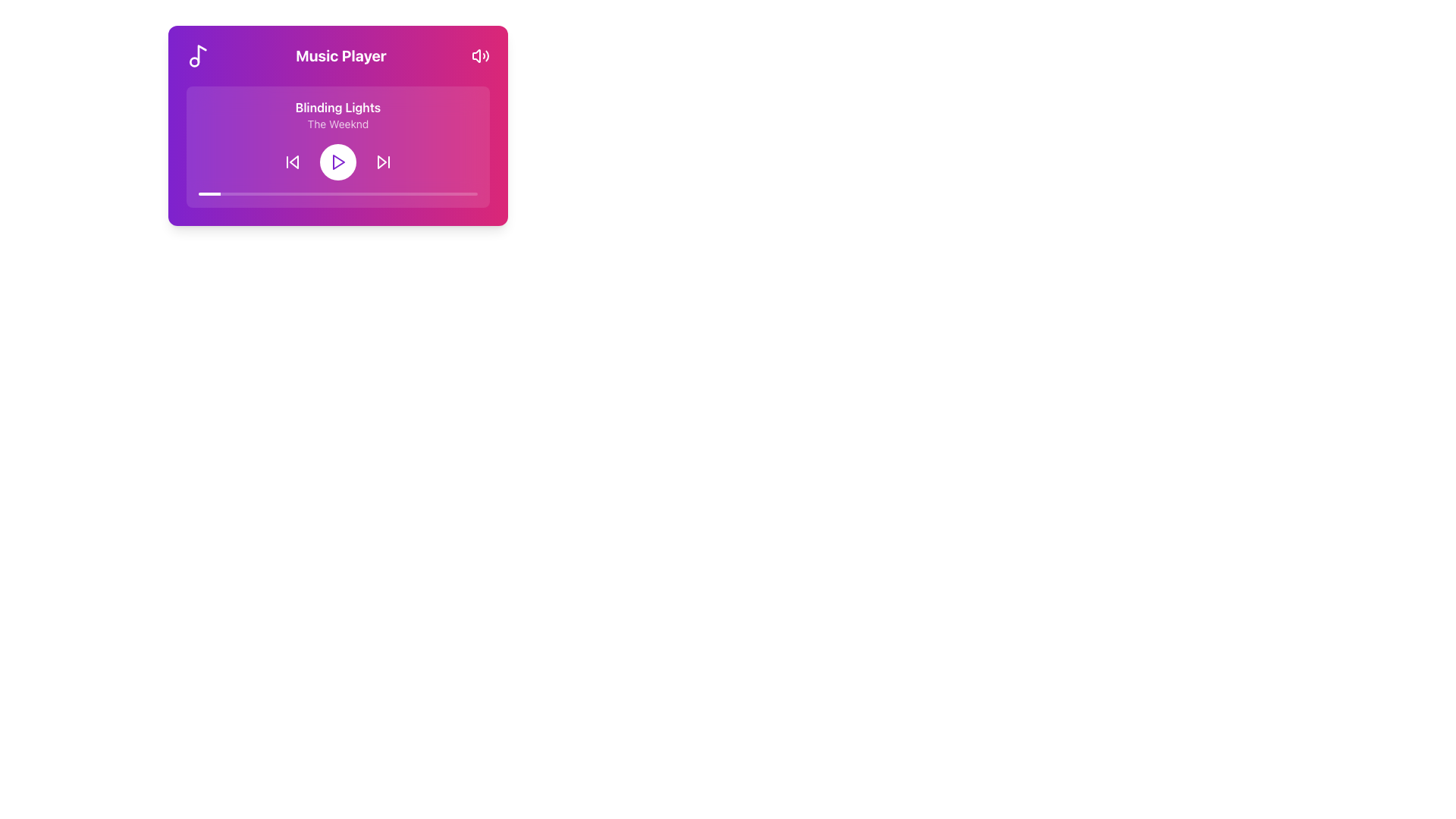 The height and width of the screenshot is (819, 1456). I want to click on the speaker icon in the top-right corner of the 'Music Player' interface to mute/unmute the volume, so click(479, 55).